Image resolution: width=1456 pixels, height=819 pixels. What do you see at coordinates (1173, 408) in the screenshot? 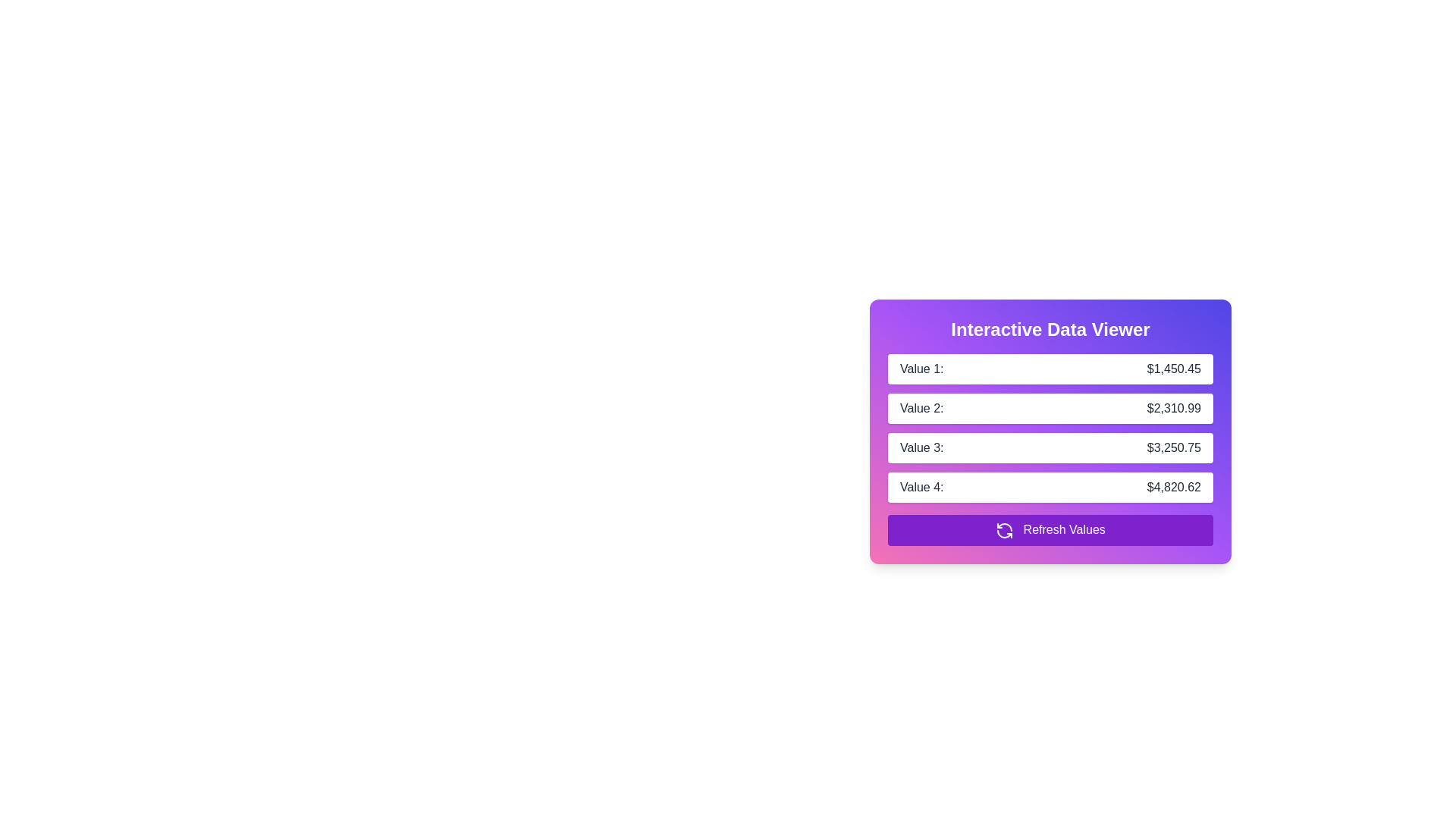
I see `the label displaying the text '$2,310.99' on a white background, aligned to the right in the 'Value 2:' row` at bounding box center [1173, 408].